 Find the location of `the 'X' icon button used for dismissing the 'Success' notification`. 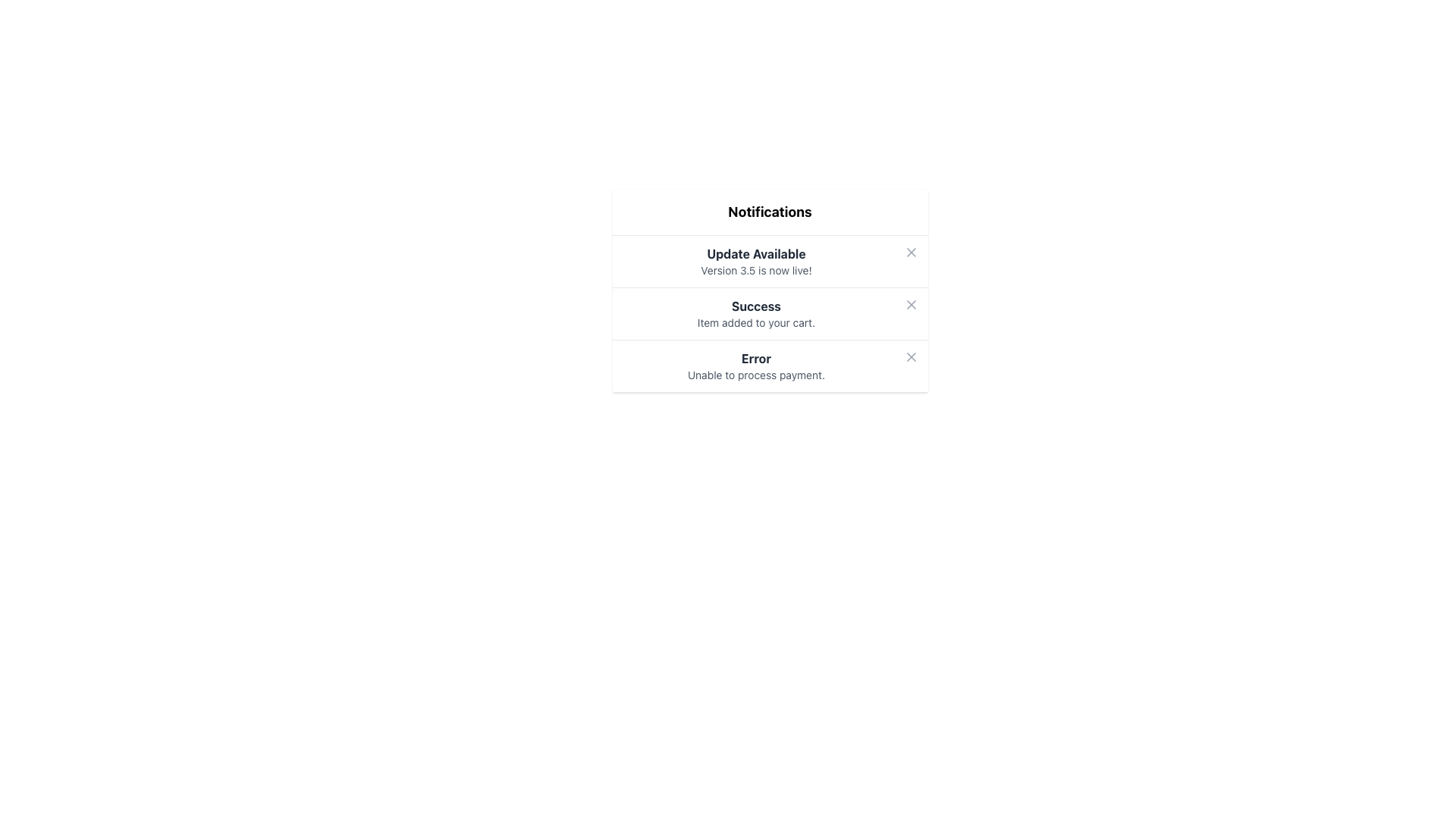

the 'X' icon button used for dismissing the 'Success' notification is located at coordinates (910, 304).